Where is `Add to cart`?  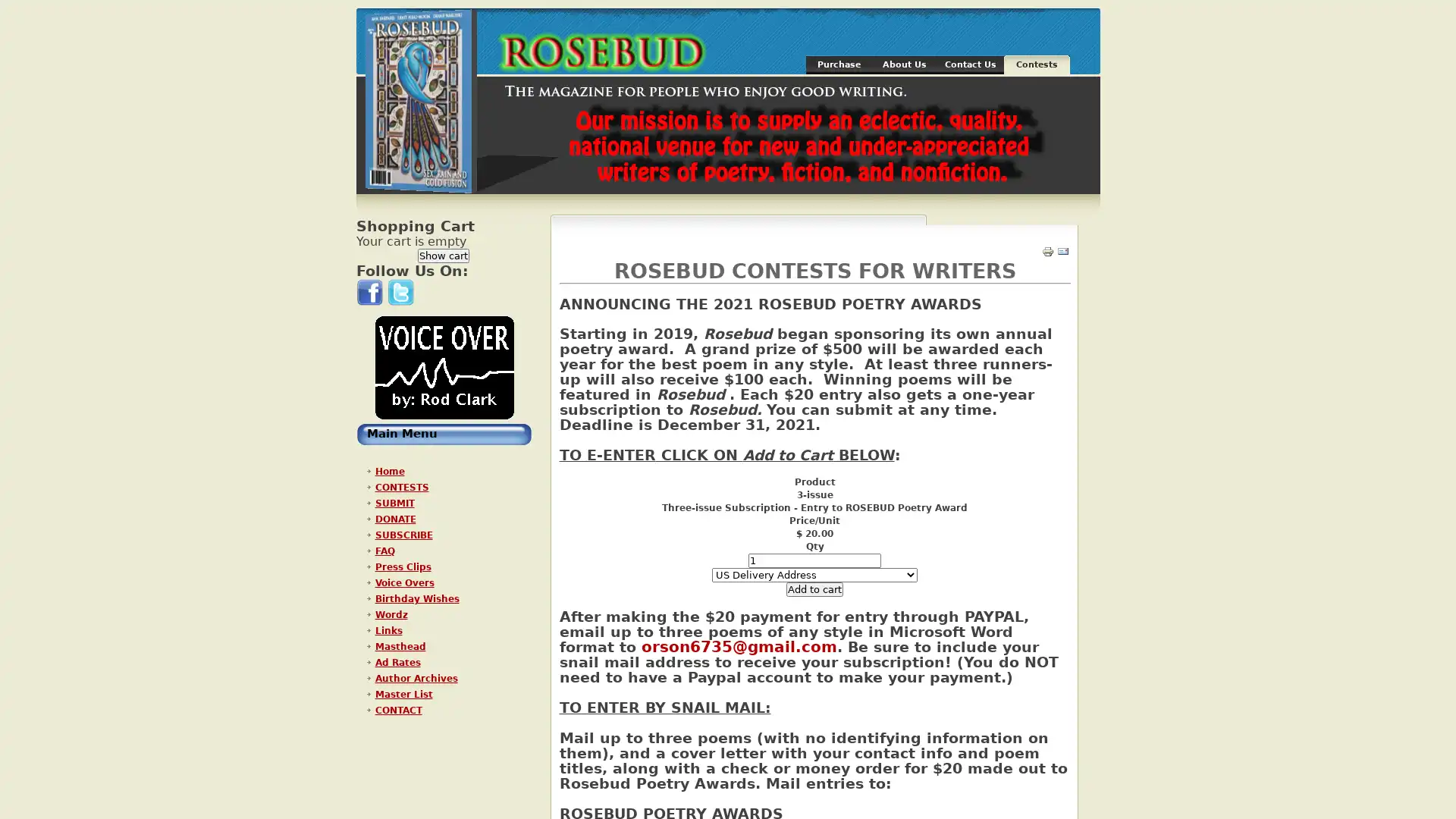
Add to cart is located at coordinates (814, 588).